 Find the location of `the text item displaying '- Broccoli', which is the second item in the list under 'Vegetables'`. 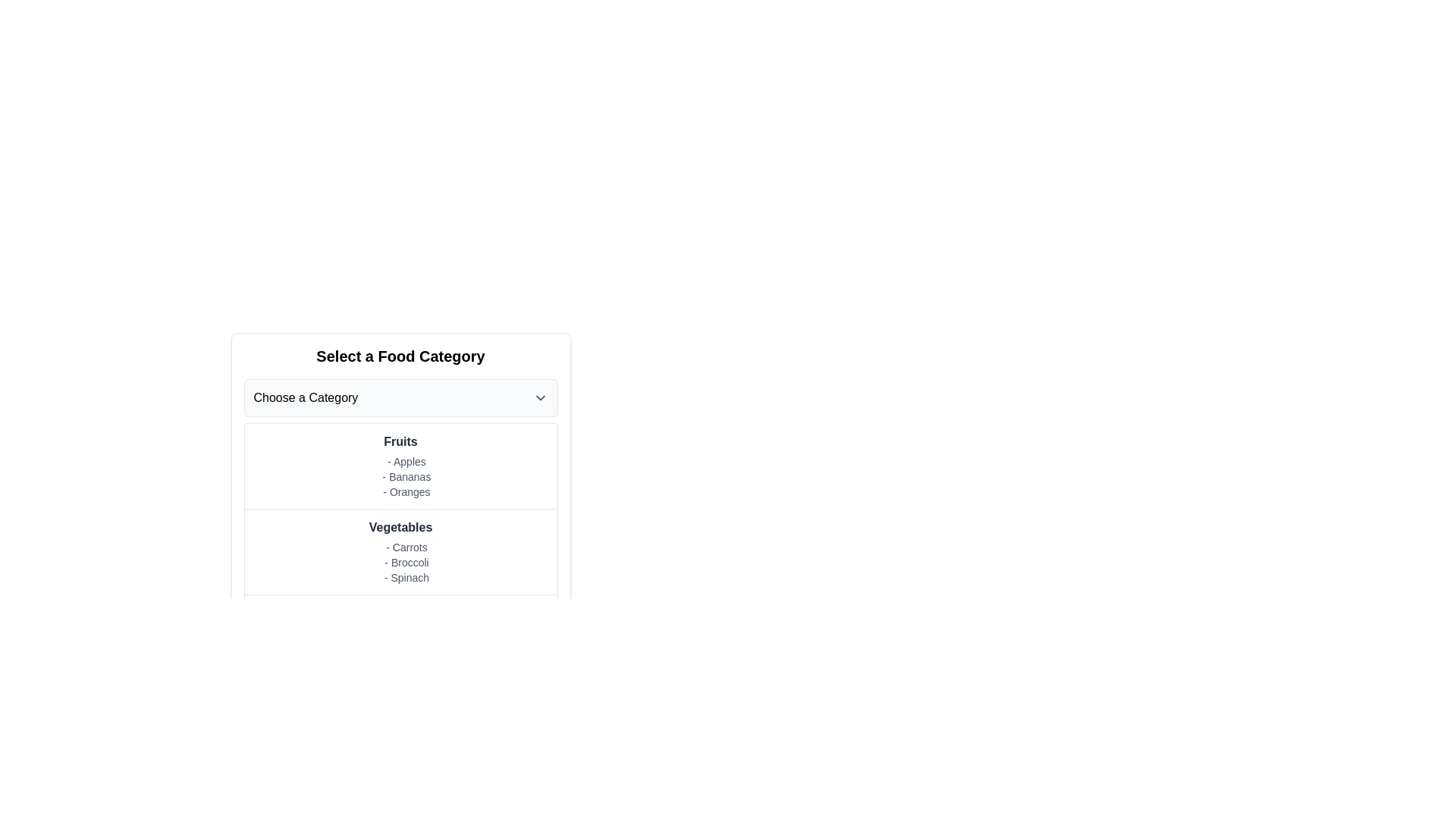

the text item displaying '- Broccoli', which is the second item in the list under 'Vegetables' is located at coordinates (406, 562).